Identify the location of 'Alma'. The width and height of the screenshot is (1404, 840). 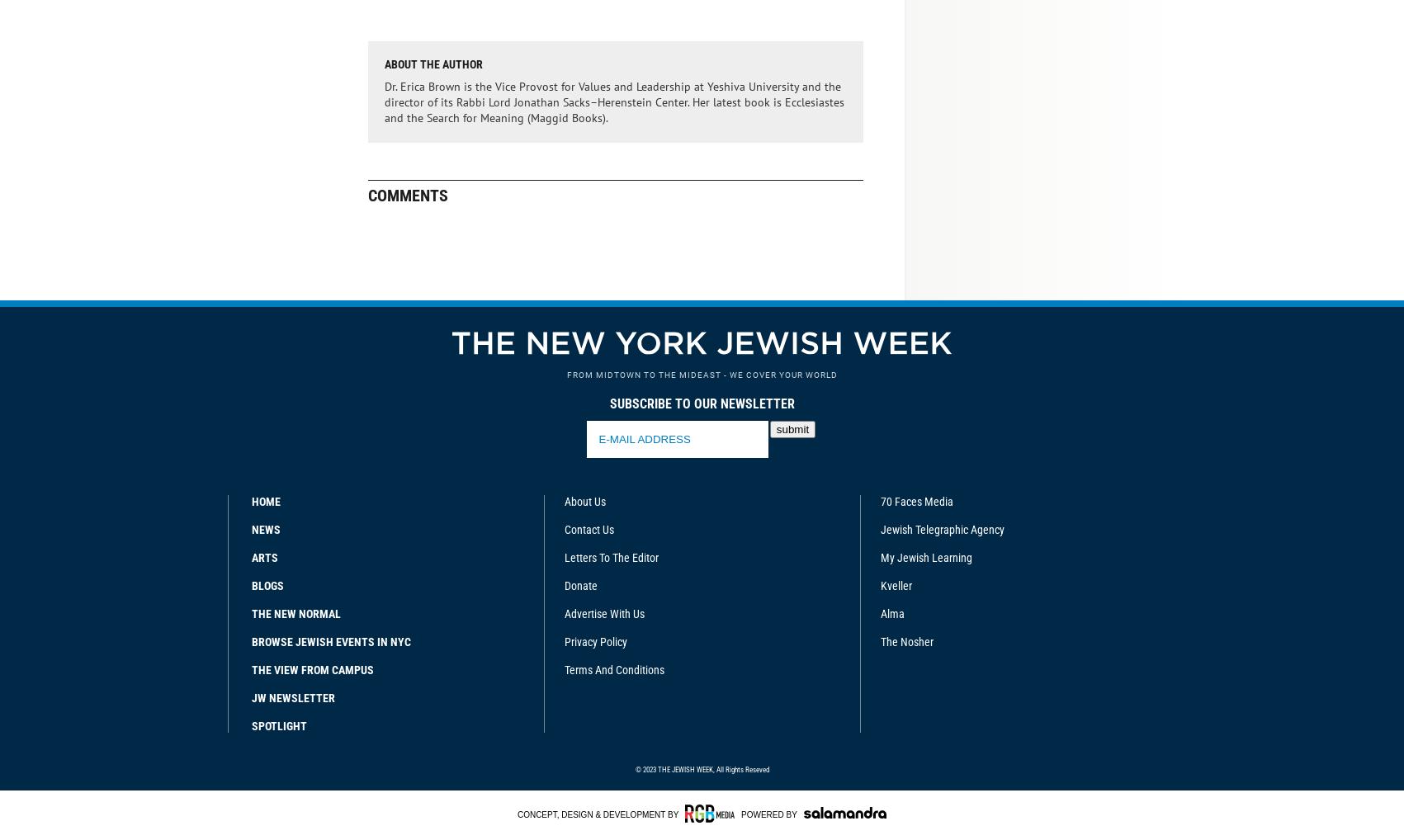
(881, 612).